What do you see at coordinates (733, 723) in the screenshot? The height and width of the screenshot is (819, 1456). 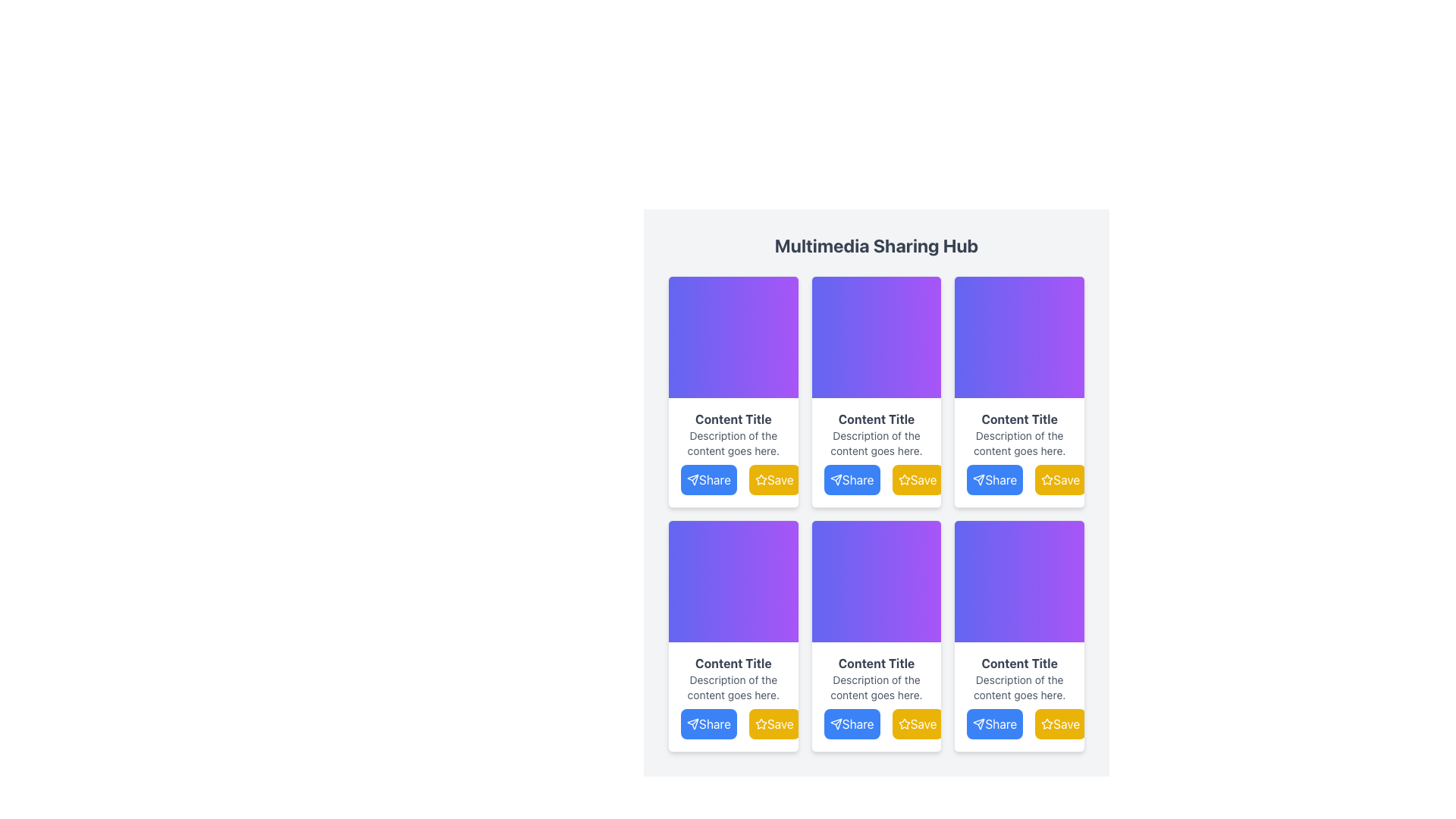 I see `the 'Share' button located in the lower-left corner of the card containing 'Content Title'` at bounding box center [733, 723].